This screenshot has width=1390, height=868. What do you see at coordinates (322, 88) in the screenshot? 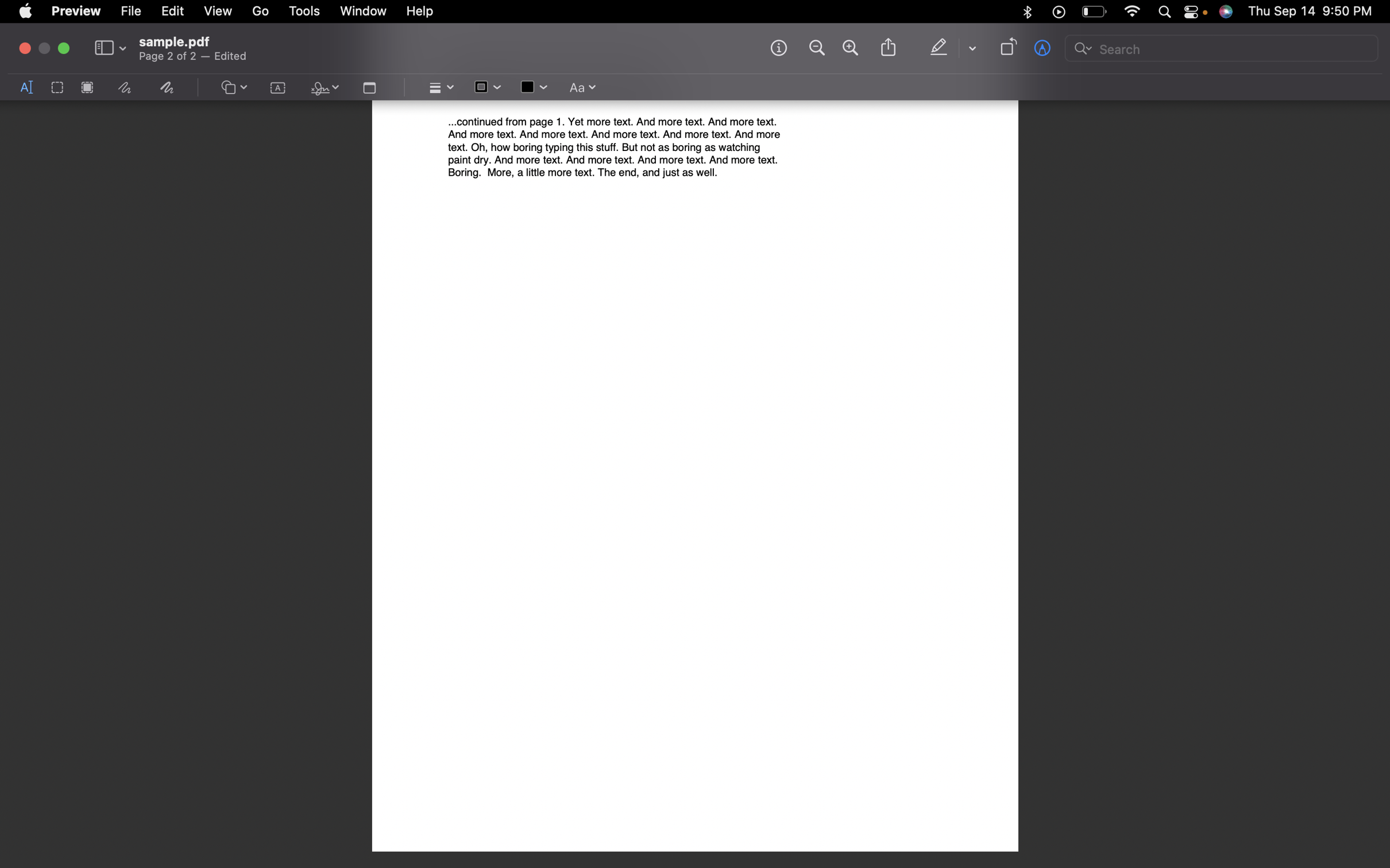
I see `the signature panel` at bounding box center [322, 88].